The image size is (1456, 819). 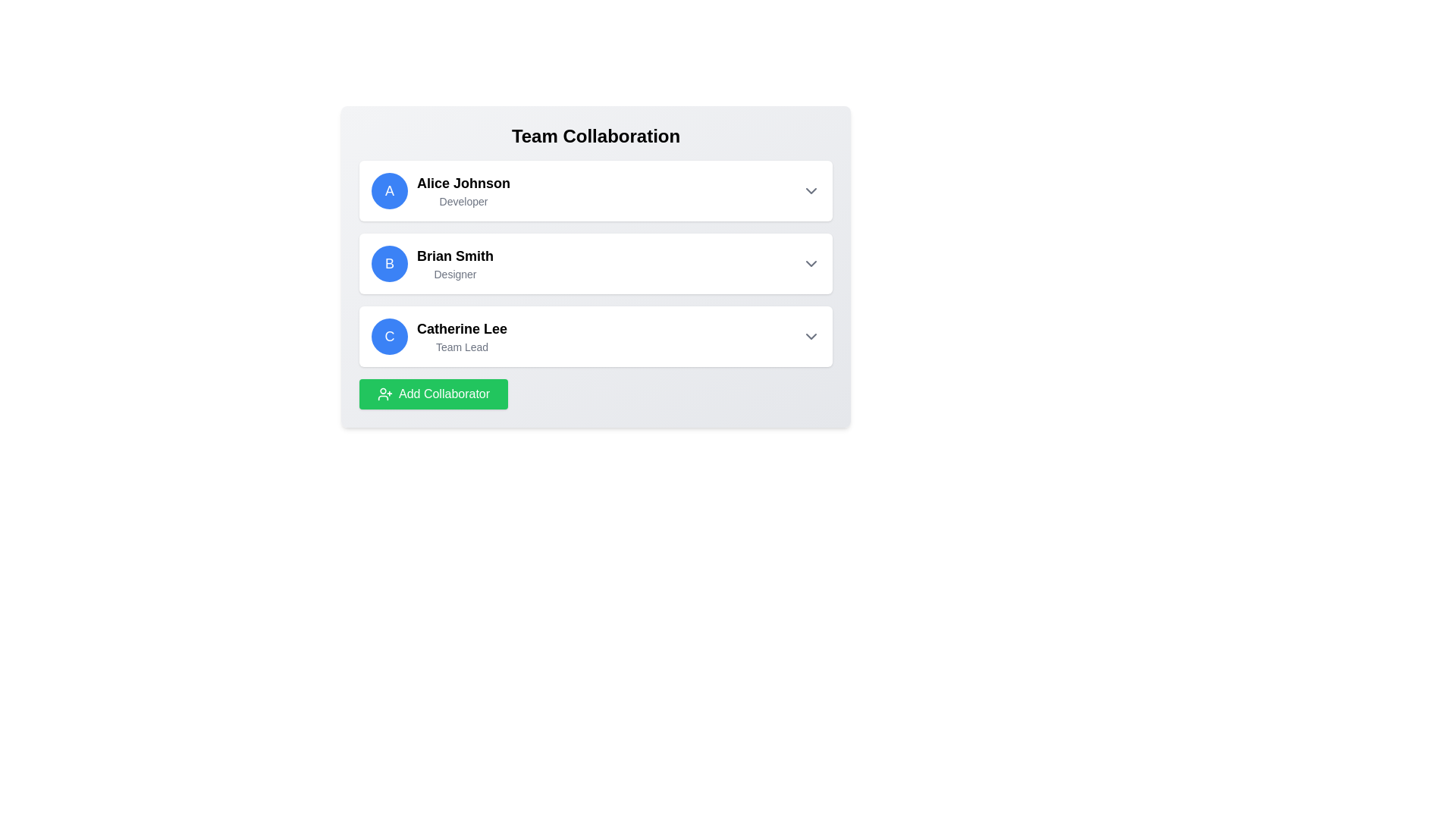 What do you see at coordinates (389, 335) in the screenshot?
I see `the circular blue avatar icon with a white uppercase 'C' centered within it, located to the left of 'Catherine Lee' in the 'Team Collaboration' card` at bounding box center [389, 335].